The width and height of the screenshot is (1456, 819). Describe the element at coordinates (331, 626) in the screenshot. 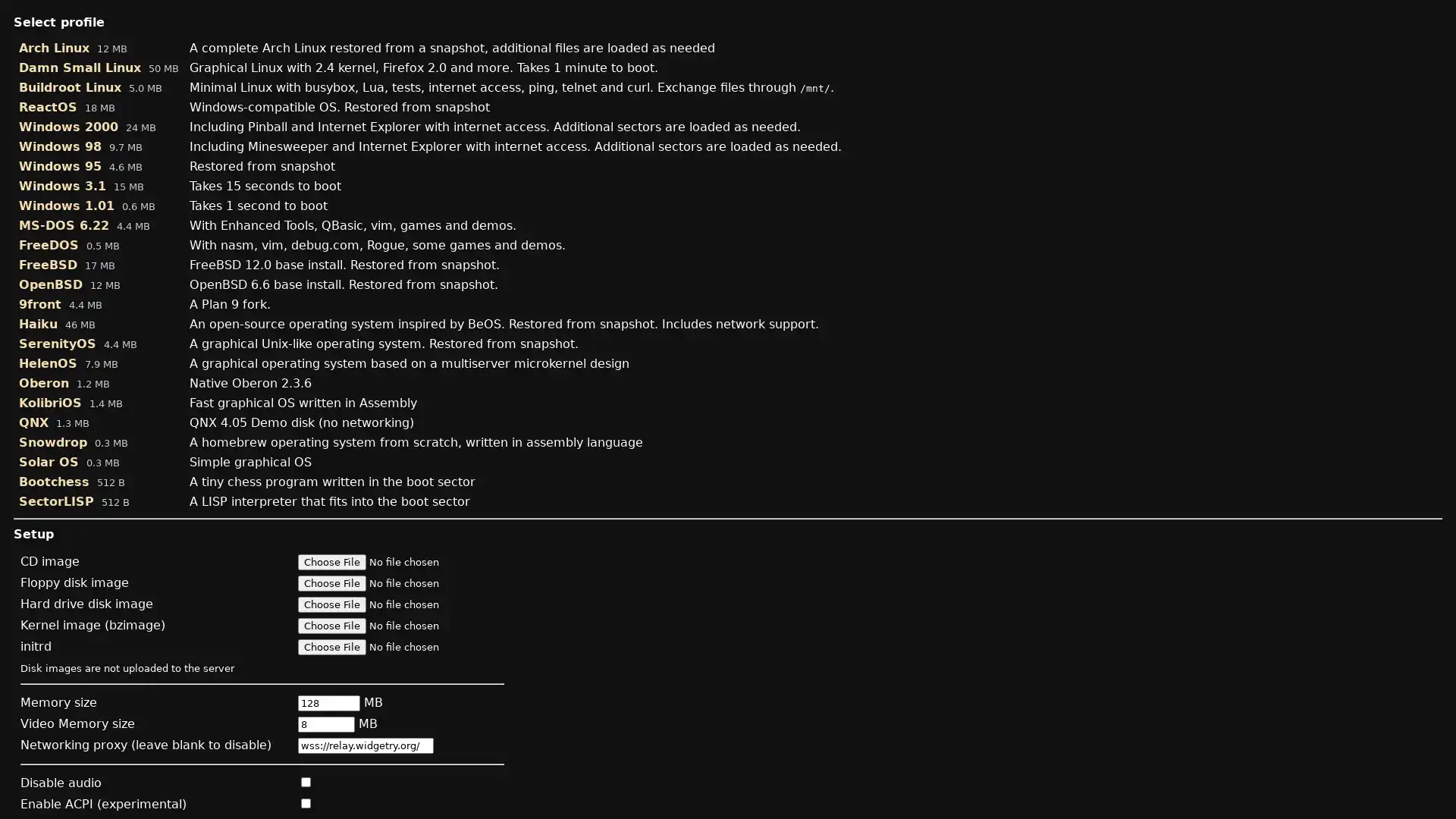

I see `Choose File` at that location.